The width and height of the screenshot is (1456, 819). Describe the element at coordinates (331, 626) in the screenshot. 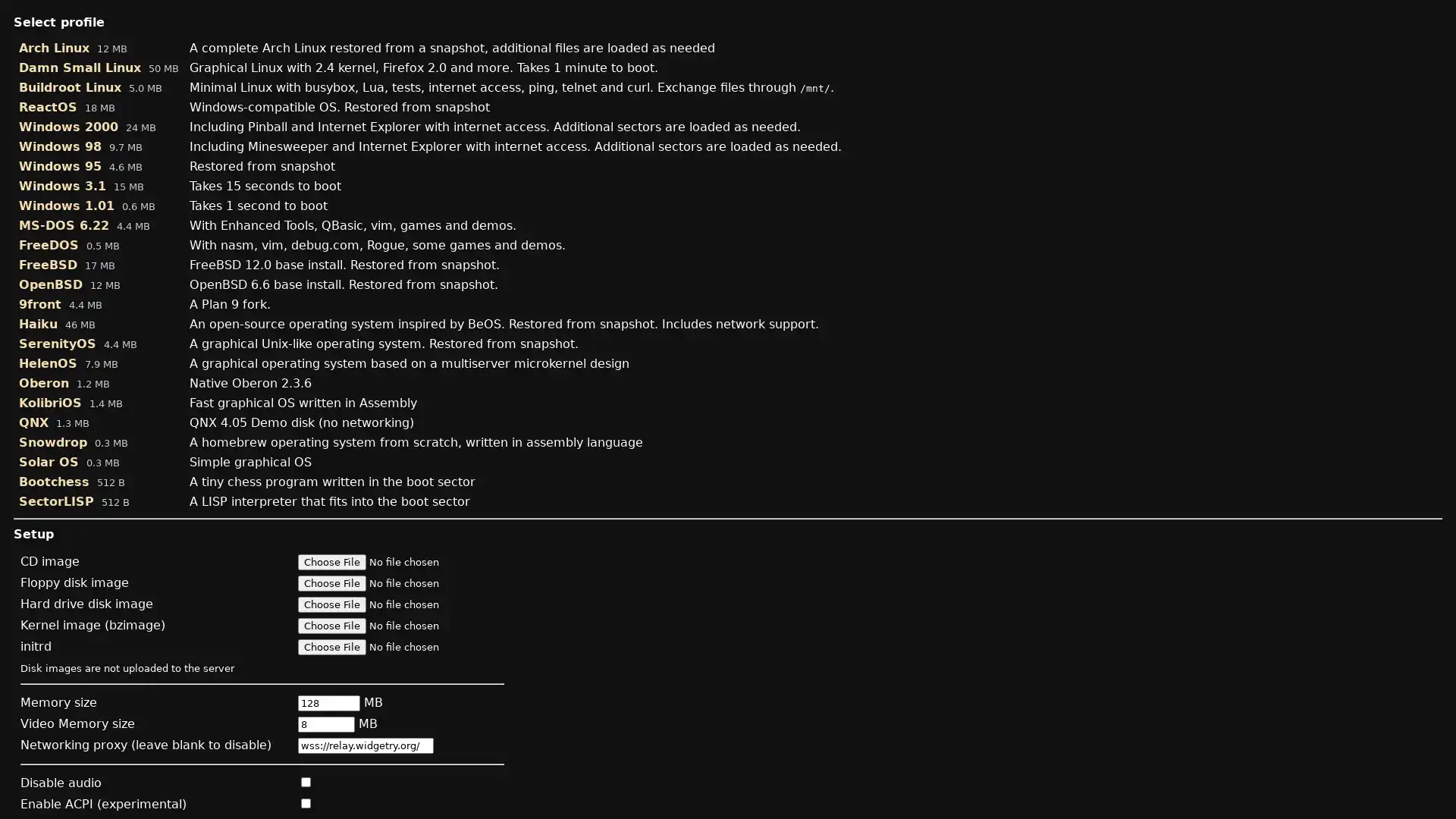

I see `Choose File` at that location.